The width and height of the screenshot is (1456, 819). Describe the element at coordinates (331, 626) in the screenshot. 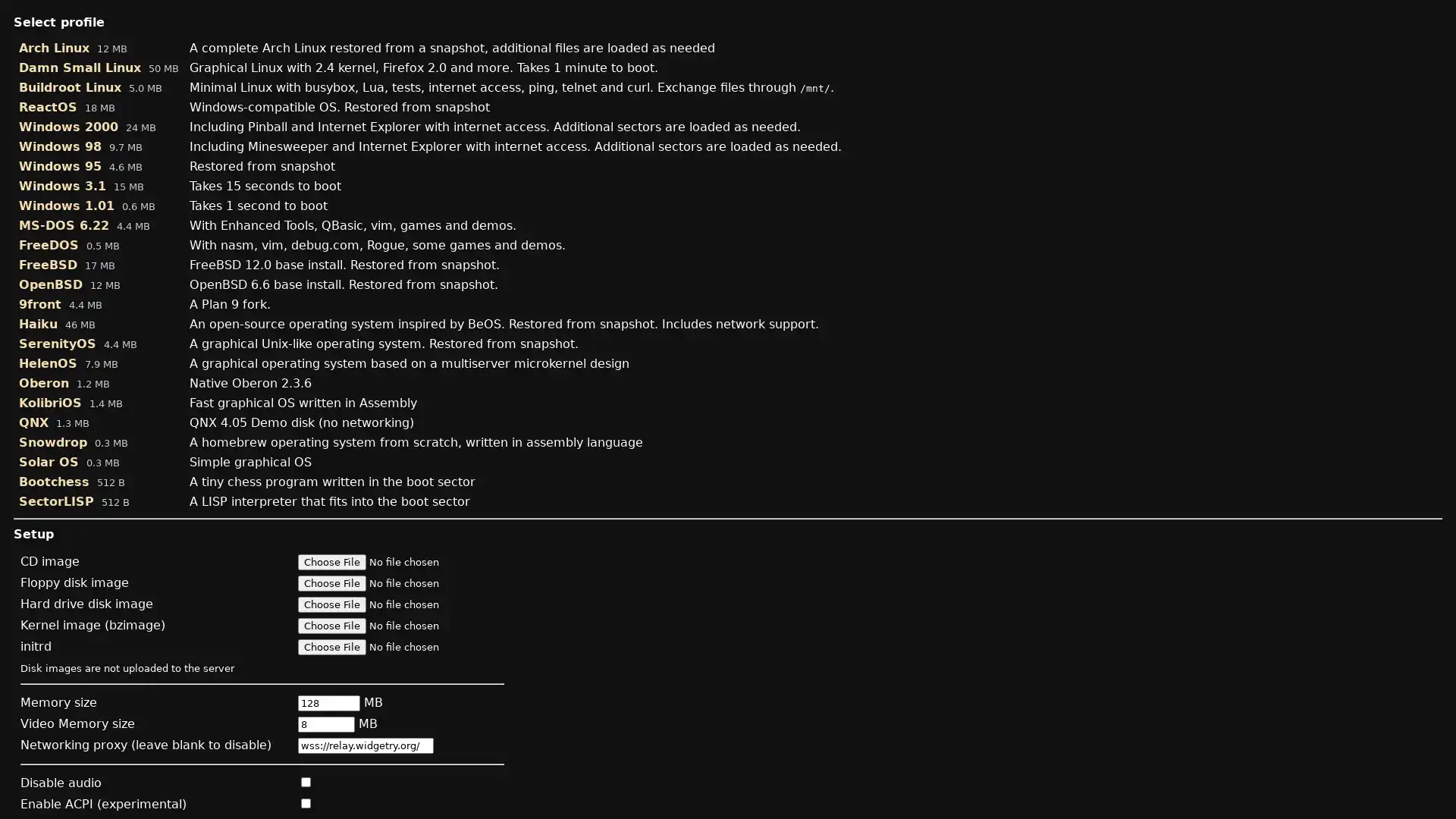

I see `Choose File` at that location.